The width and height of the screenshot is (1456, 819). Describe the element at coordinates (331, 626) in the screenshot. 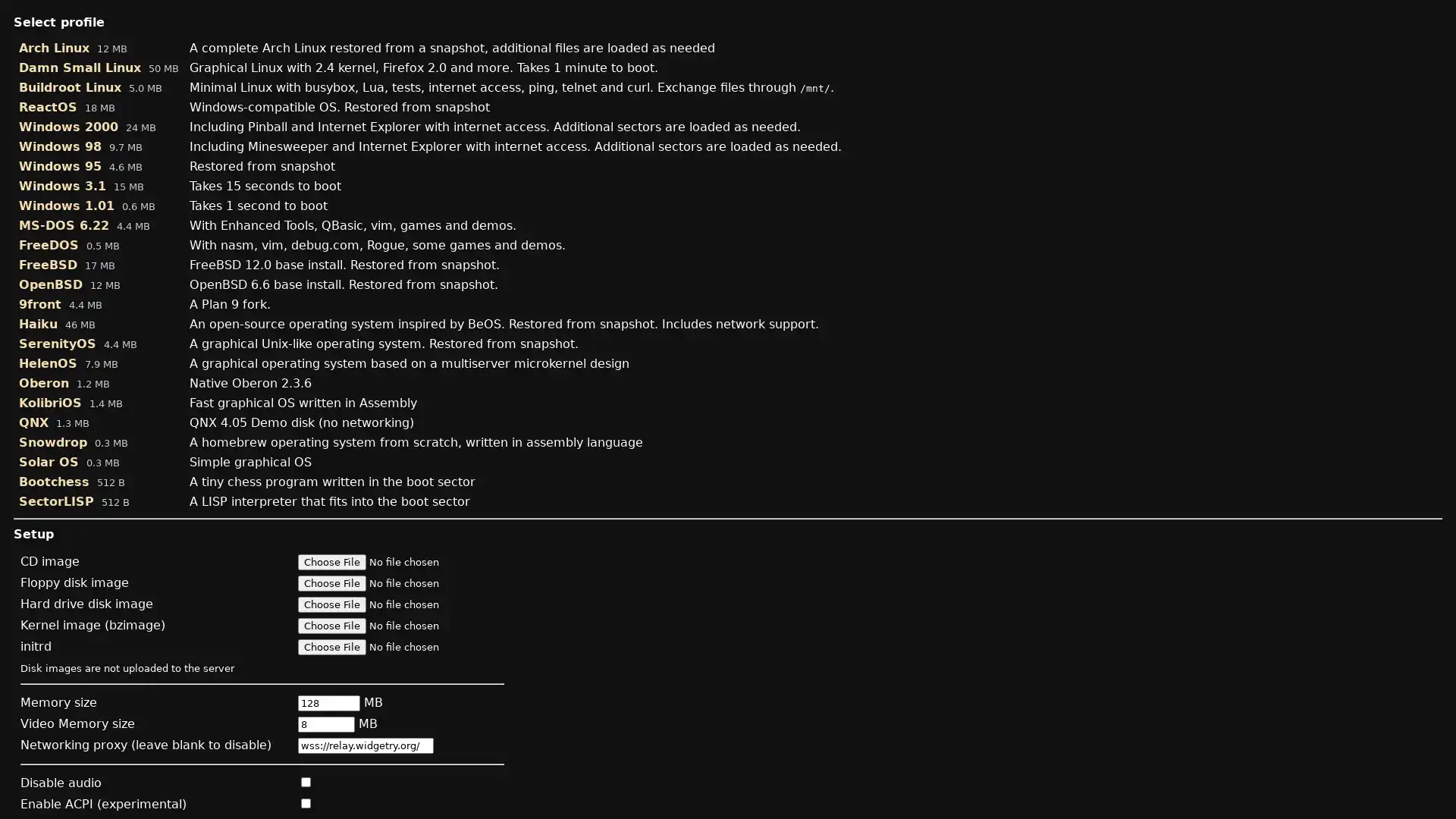

I see `Choose File` at that location.